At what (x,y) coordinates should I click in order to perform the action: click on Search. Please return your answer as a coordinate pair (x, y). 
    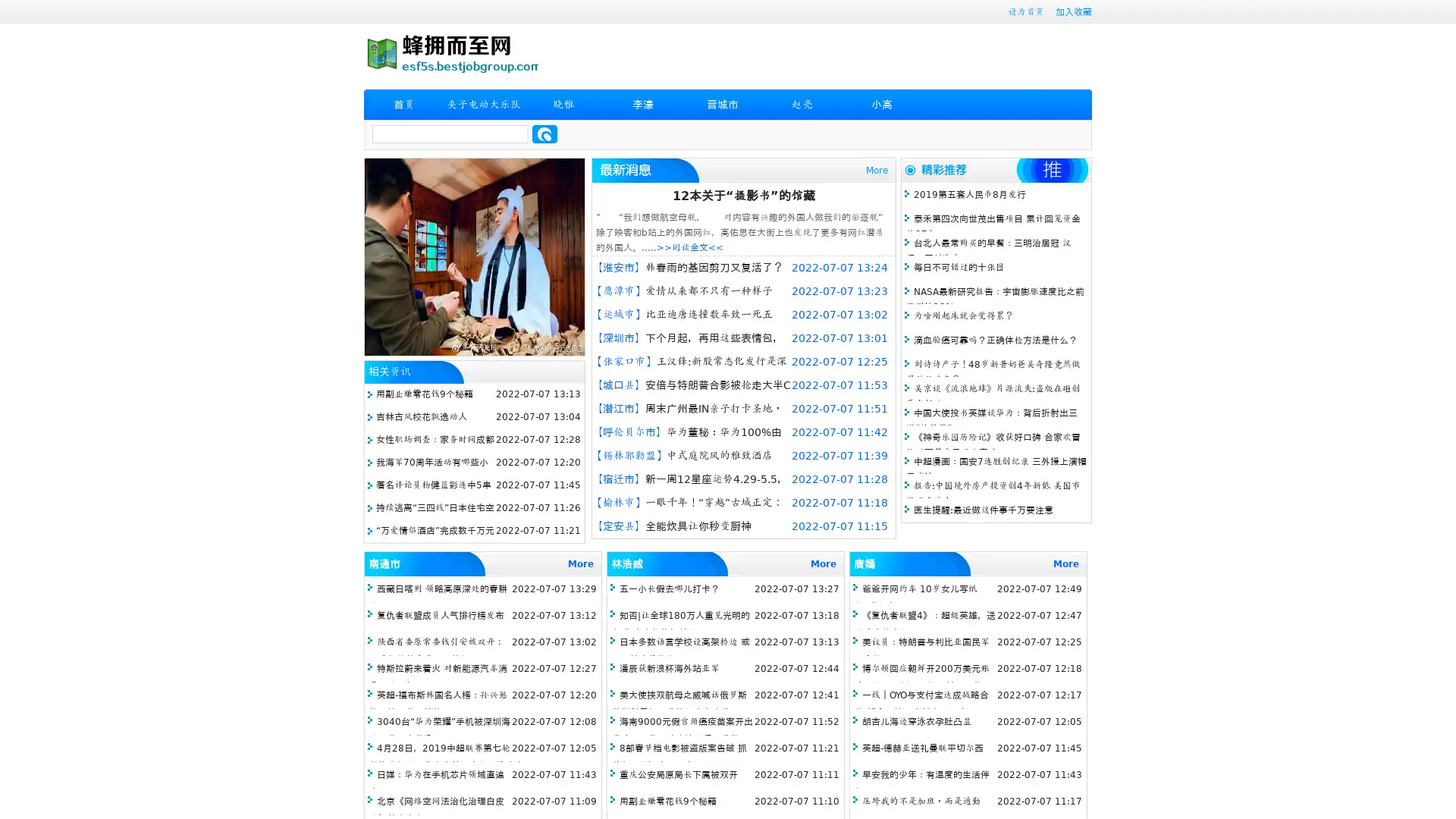
    Looking at the image, I should click on (544, 133).